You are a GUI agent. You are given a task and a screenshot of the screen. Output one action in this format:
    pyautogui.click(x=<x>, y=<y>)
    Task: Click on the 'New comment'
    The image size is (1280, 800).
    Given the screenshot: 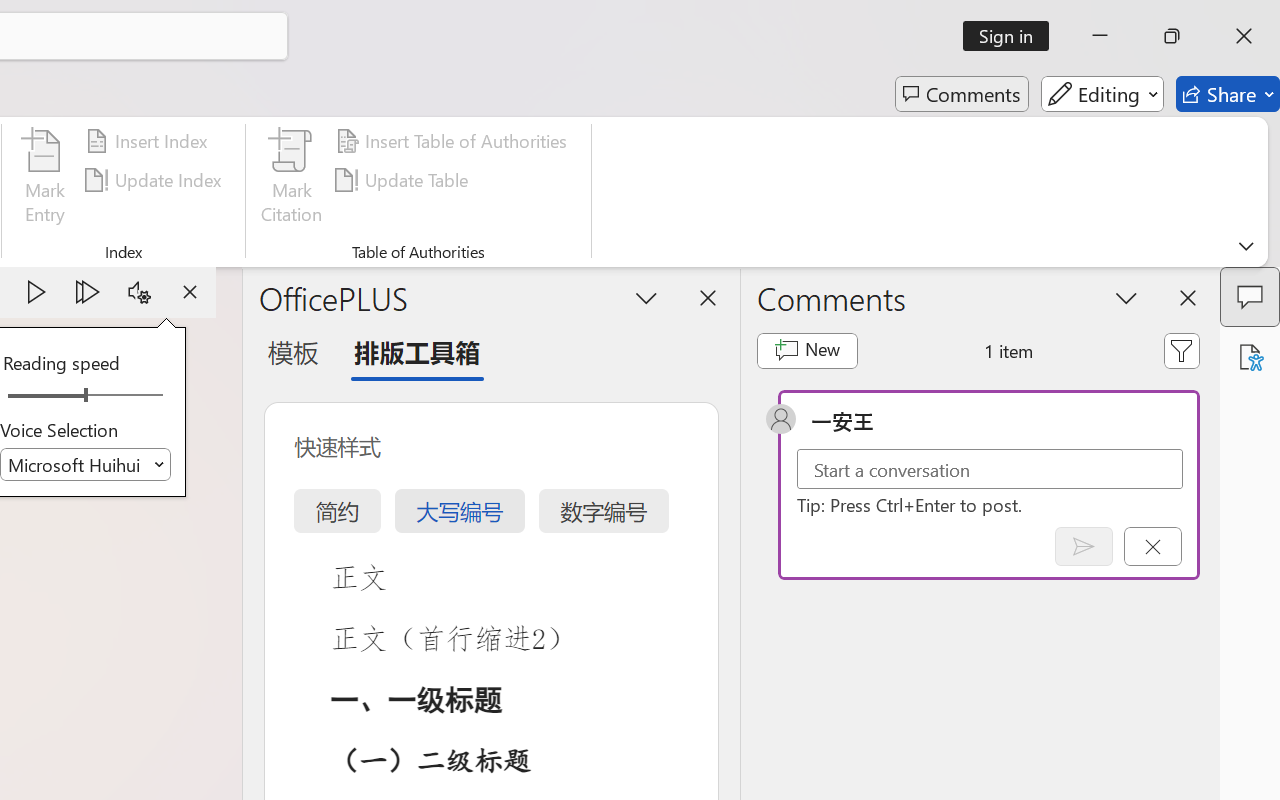 What is the action you would take?
    pyautogui.click(x=807, y=350)
    